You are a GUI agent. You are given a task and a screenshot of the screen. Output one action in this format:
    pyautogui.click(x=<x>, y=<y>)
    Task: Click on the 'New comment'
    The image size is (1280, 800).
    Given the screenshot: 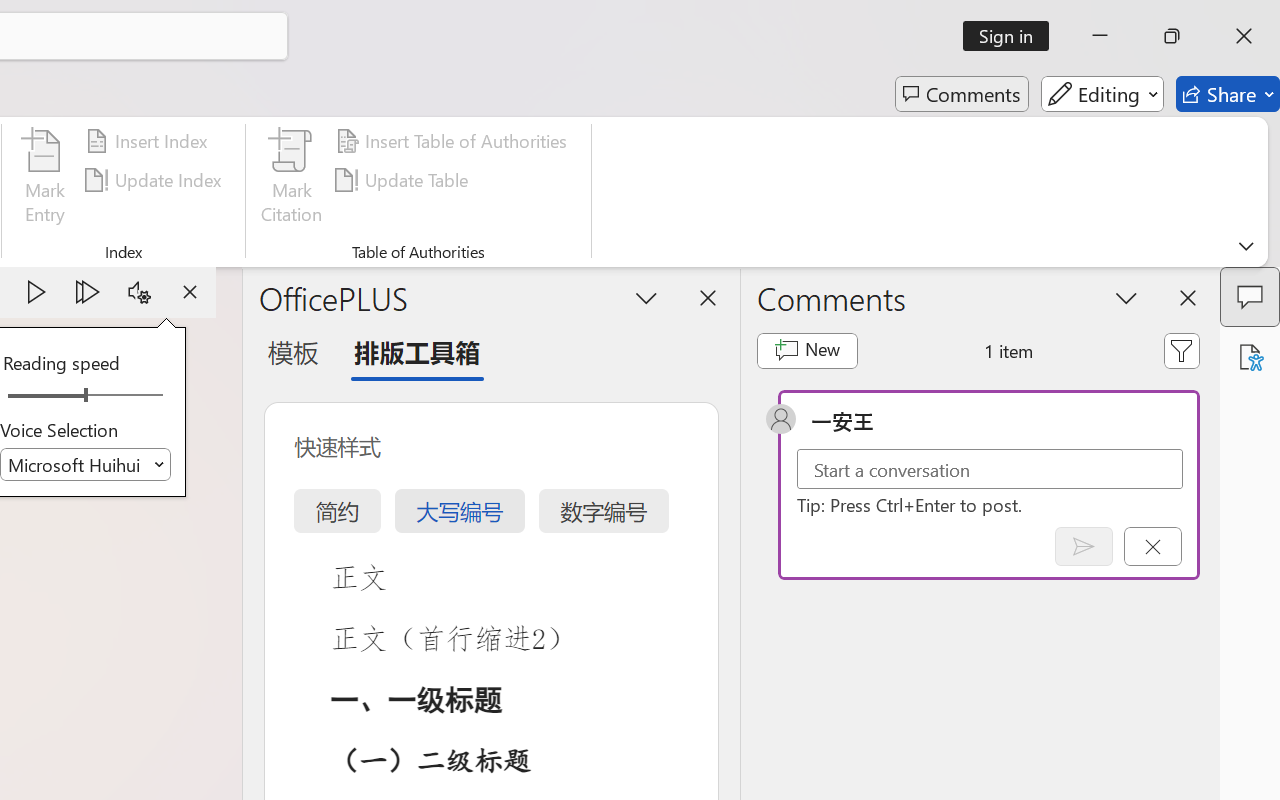 What is the action you would take?
    pyautogui.click(x=807, y=350)
    